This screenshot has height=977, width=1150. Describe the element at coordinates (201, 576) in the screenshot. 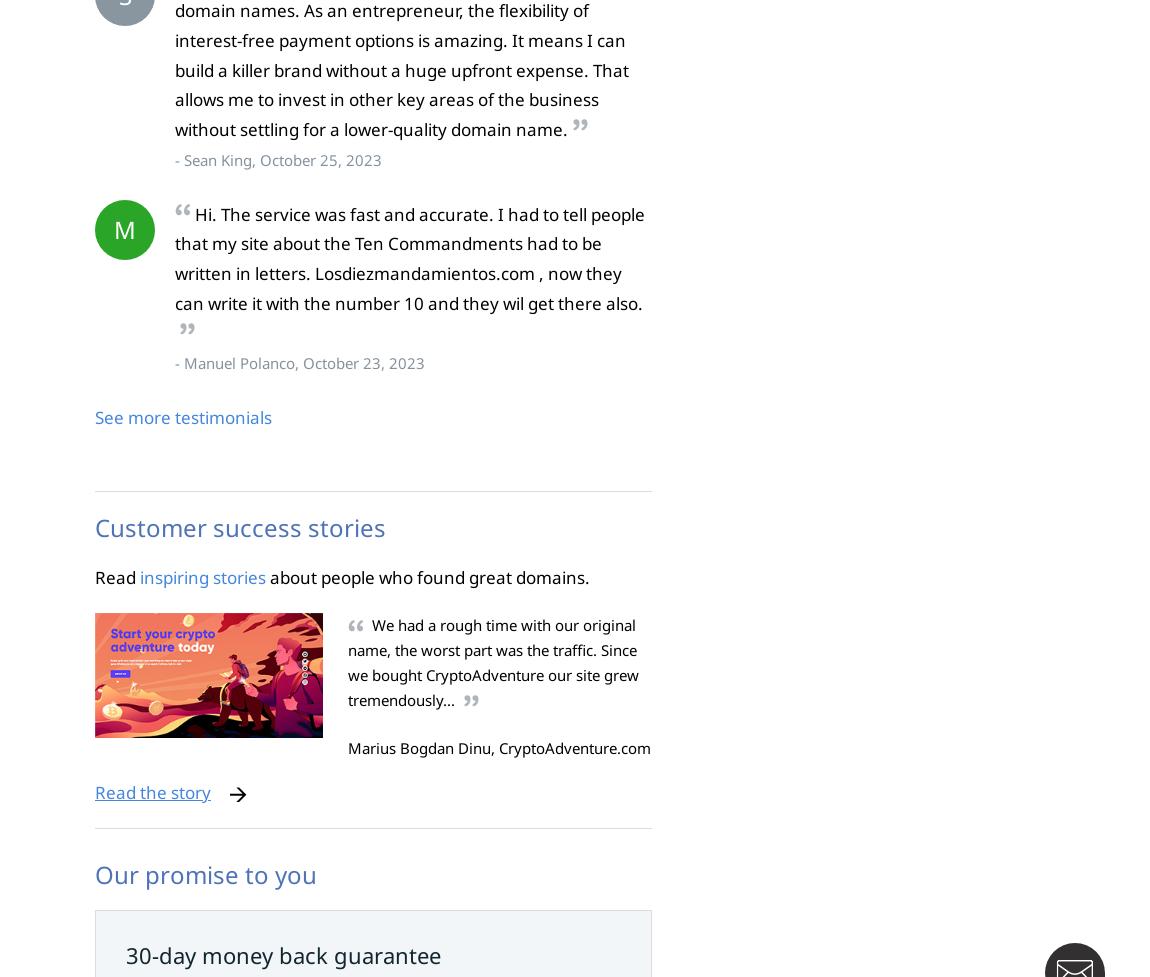

I see `'inspiring stories'` at that location.